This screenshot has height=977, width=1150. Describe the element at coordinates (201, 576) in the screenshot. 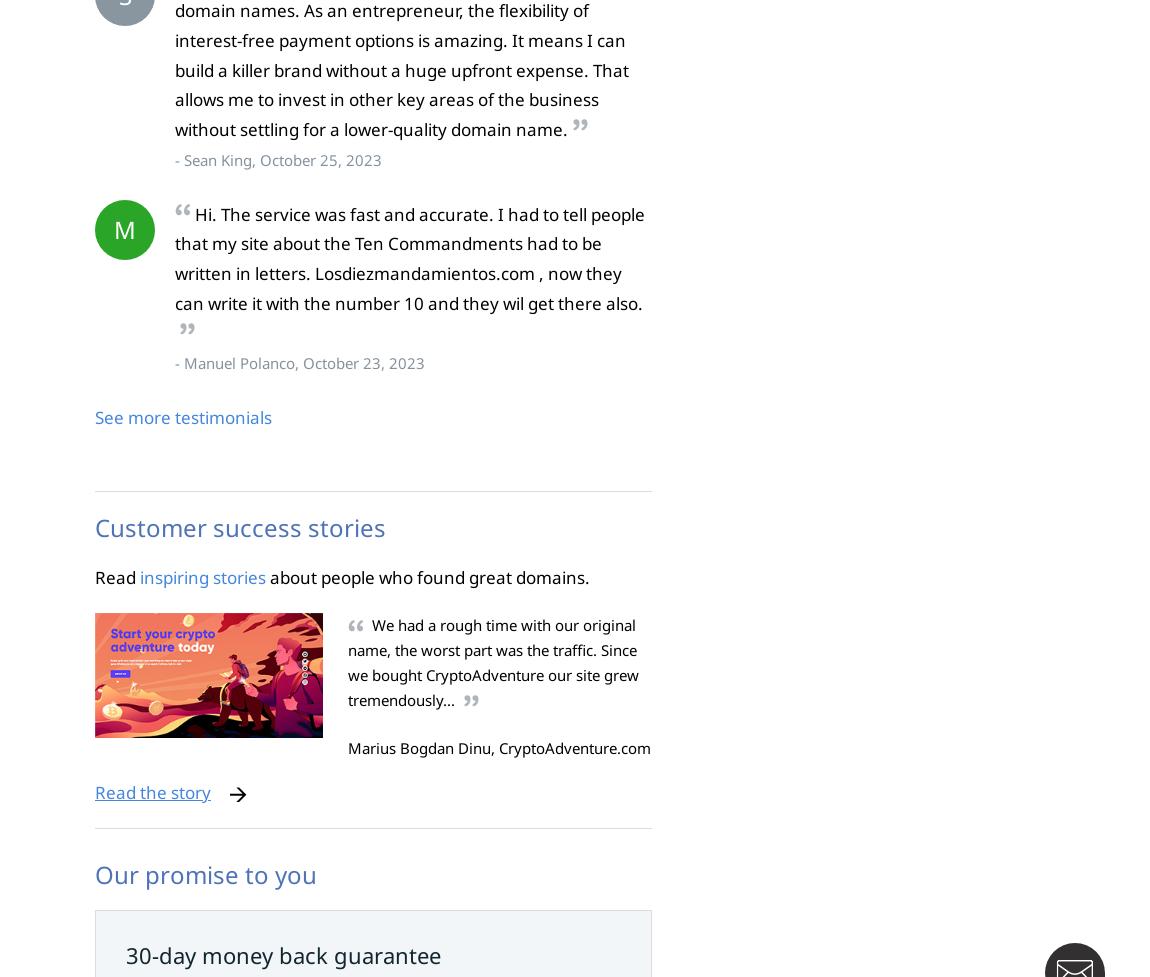

I see `'inspiring stories'` at that location.